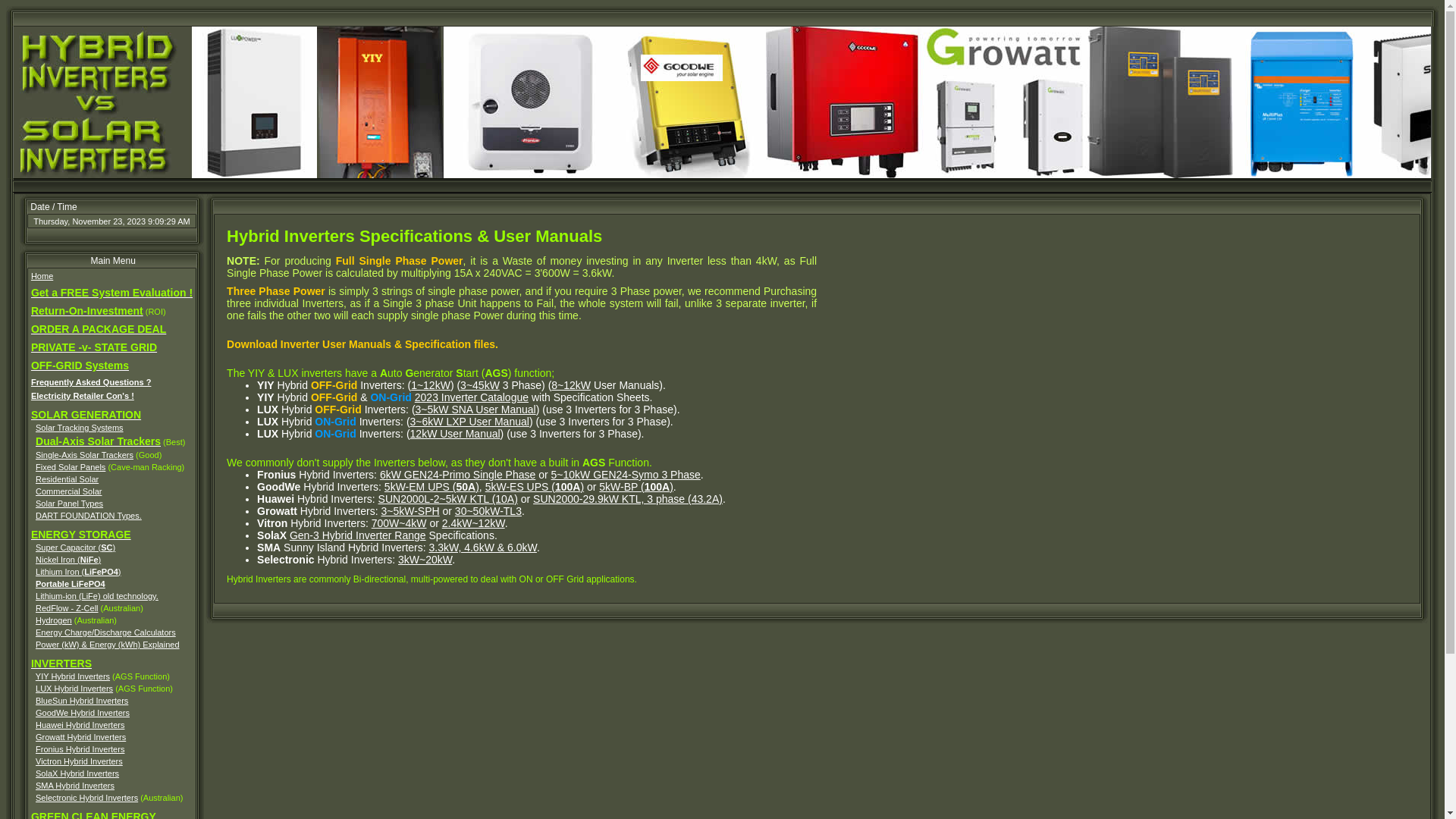 The height and width of the screenshot is (819, 1456). Describe the element at coordinates (36, 701) in the screenshot. I see `'BlueSun Hybrid Inverters'` at that location.